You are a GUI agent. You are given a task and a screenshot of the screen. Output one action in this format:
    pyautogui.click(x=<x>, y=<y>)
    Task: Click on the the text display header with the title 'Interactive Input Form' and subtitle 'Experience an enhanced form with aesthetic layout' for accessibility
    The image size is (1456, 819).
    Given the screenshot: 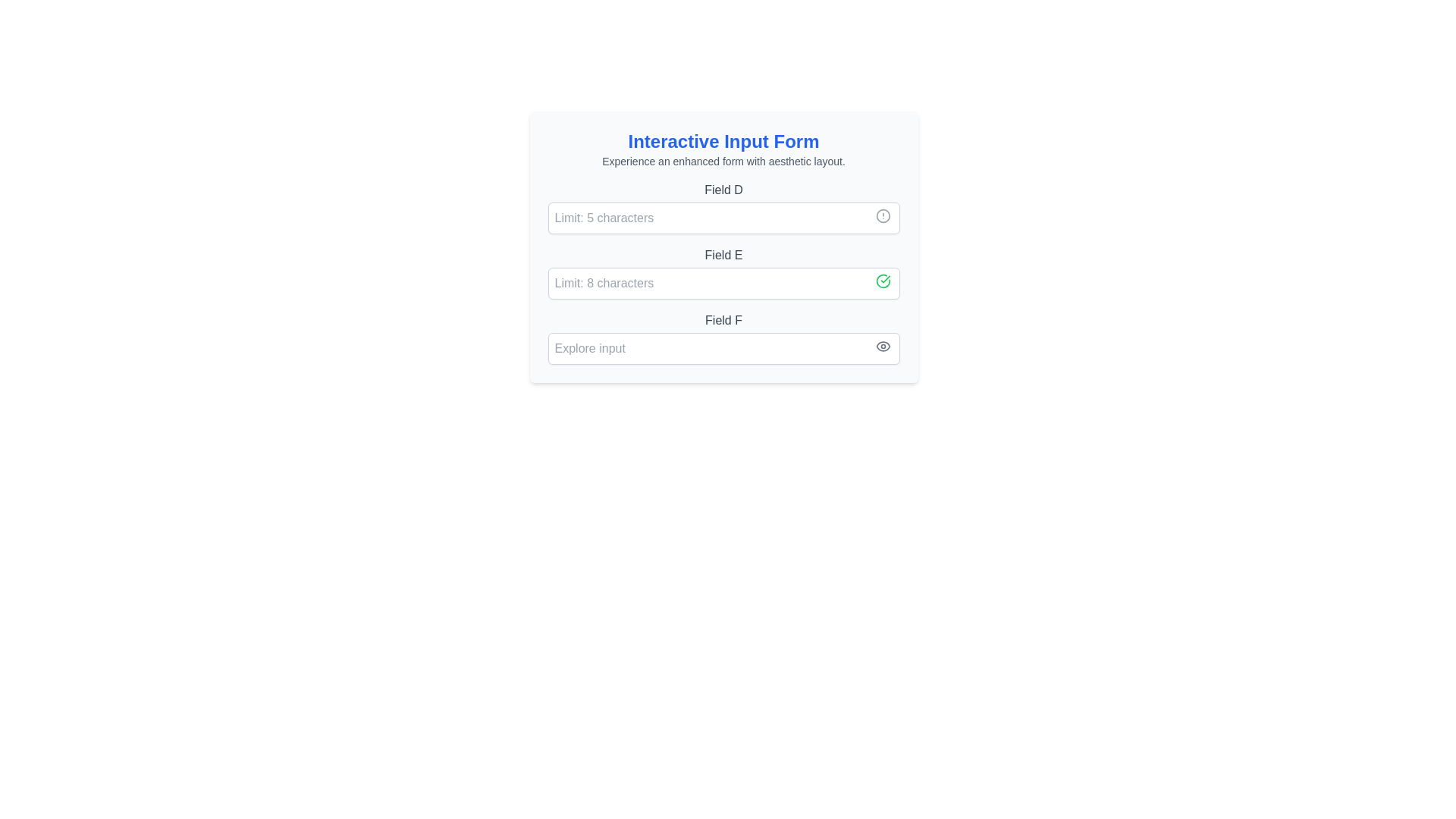 What is the action you would take?
    pyautogui.click(x=723, y=149)
    